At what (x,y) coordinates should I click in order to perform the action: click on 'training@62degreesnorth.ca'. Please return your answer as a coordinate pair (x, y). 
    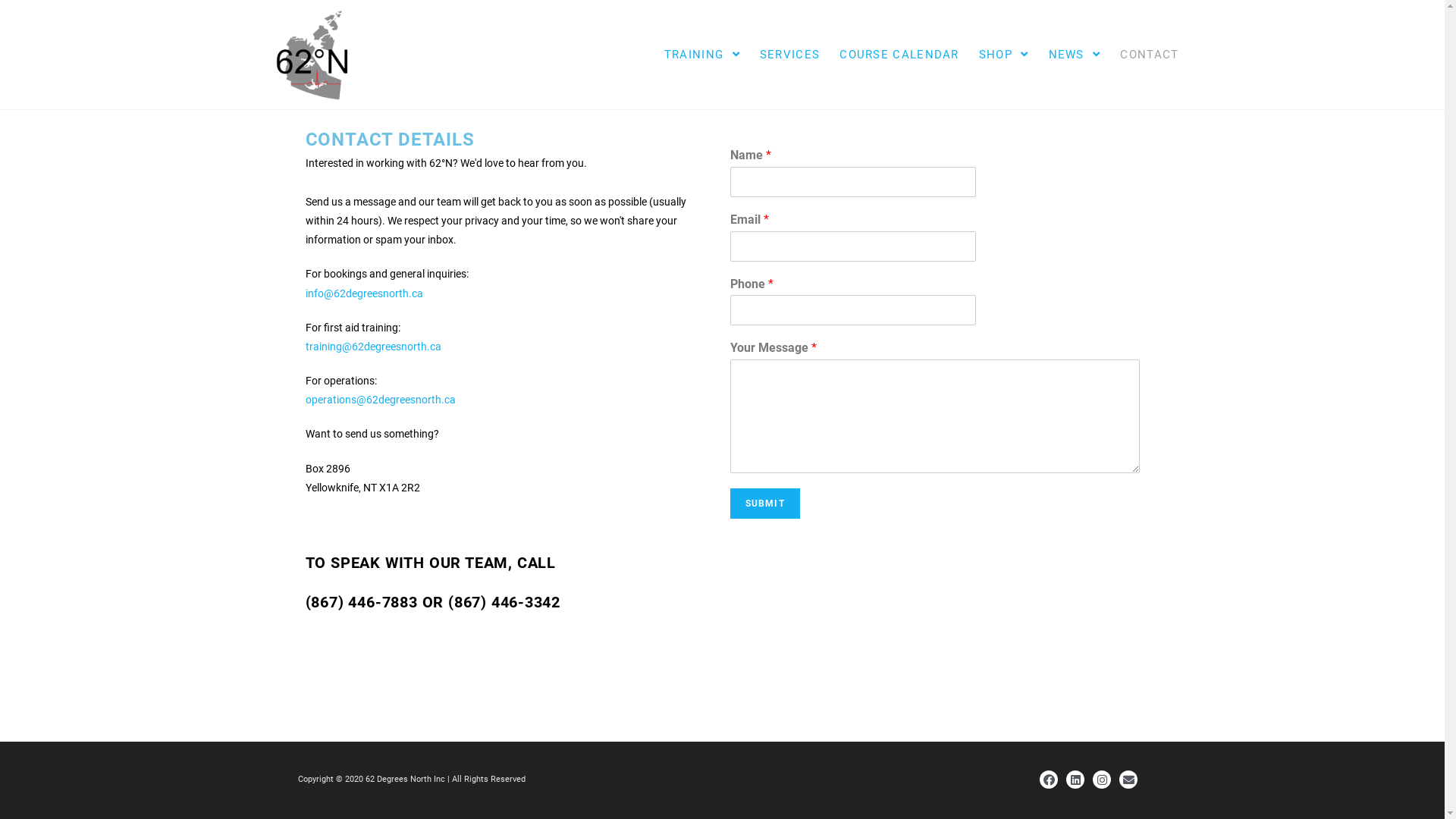
    Looking at the image, I should click on (304, 346).